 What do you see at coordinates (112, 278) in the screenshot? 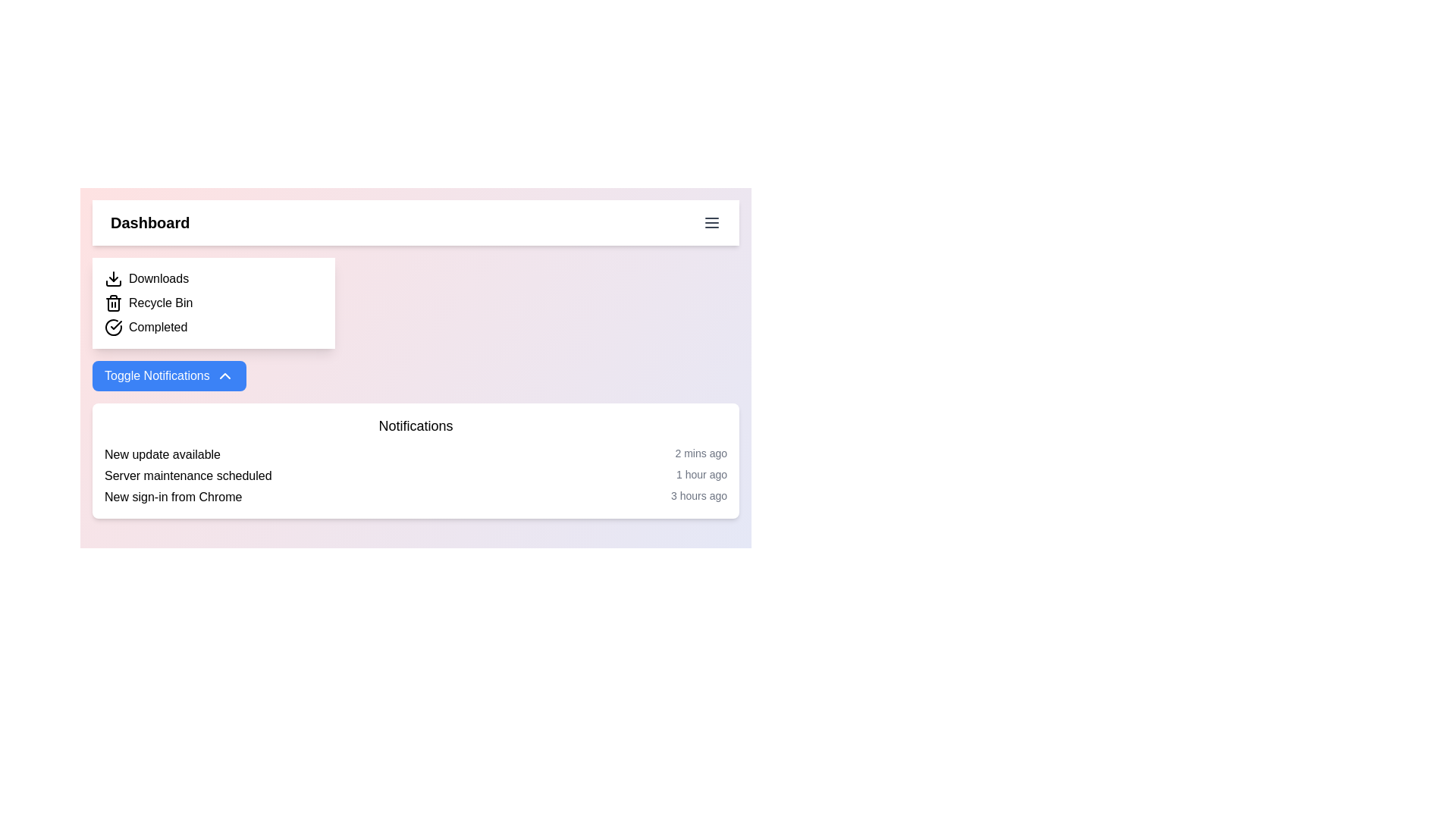
I see `the Downloads icon located in the top-left segment of the menu beneath the 'Dashboard' title` at bounding box center [112, 278].